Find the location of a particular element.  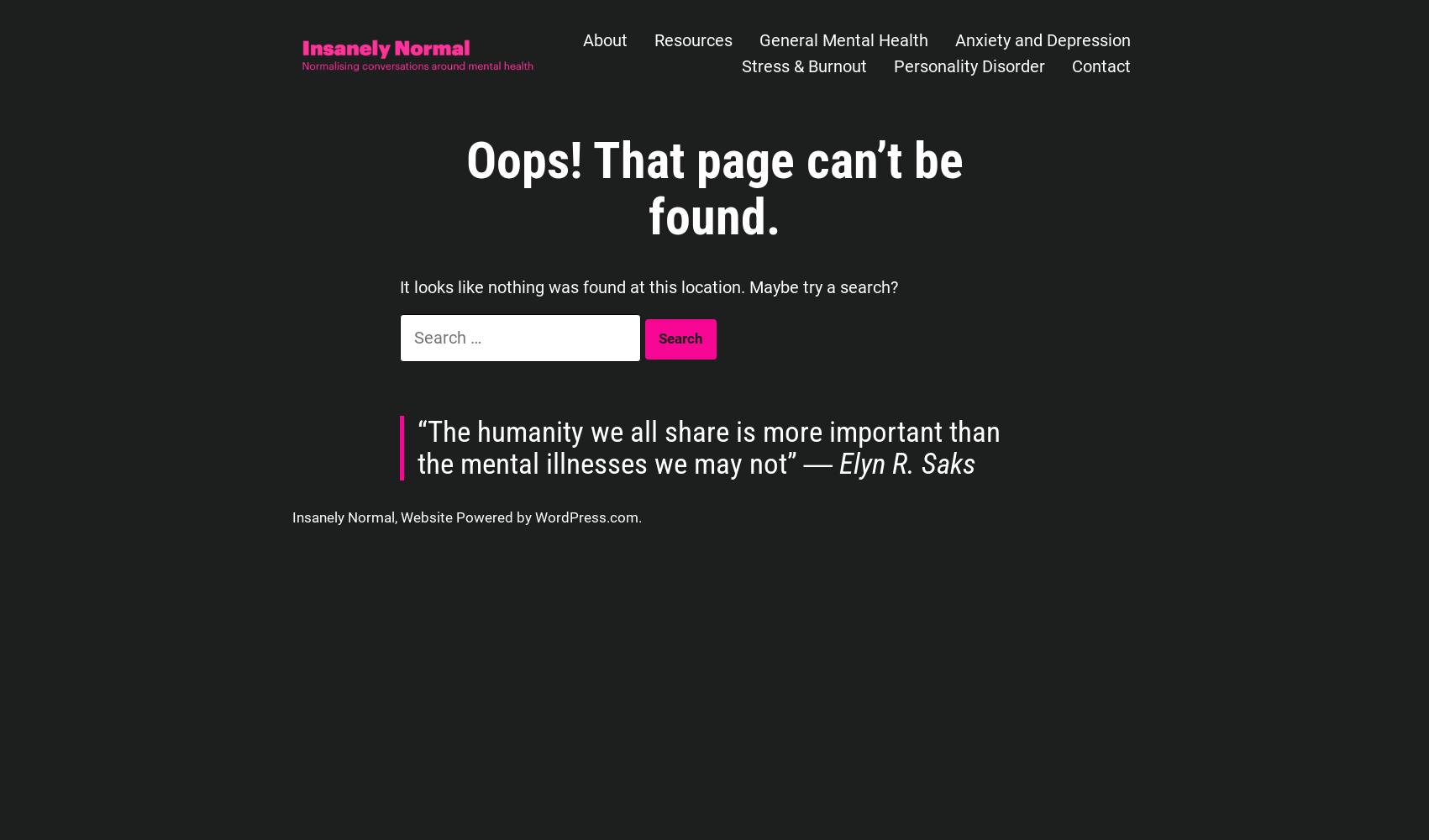

'Contact' is located at coordinates (1100, 66).